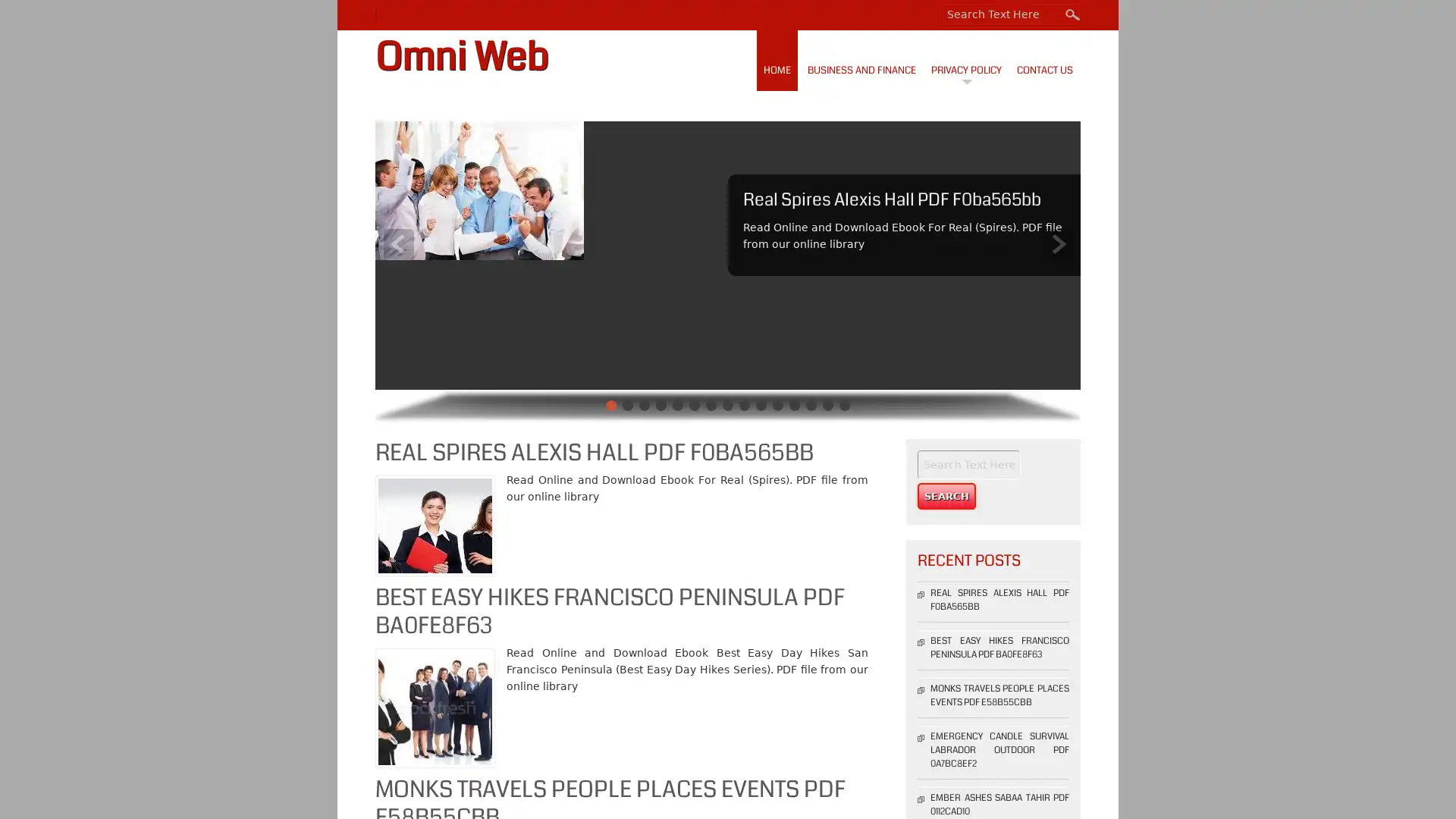 The width and height of the screenshot is (1456, 819). I want to click on Search, so click(946, 496).